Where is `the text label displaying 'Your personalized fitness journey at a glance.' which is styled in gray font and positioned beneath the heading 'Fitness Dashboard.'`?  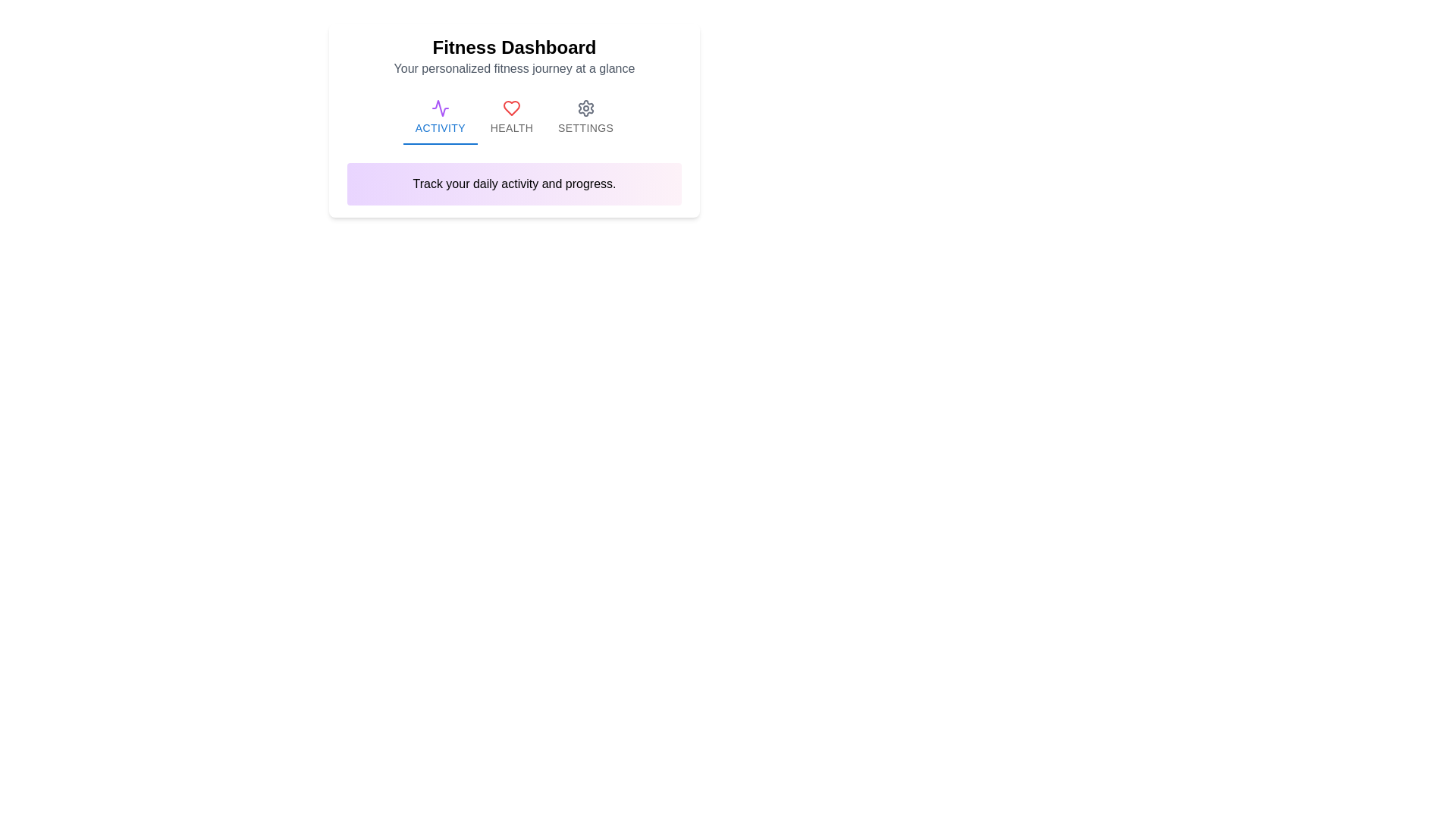 the text label displaying 'Your personalized fitness journey at a glance.' which is styled in gray font and positioned beneath the heading 'Fitness Dashboard.' is located at coordinates (514, 69).